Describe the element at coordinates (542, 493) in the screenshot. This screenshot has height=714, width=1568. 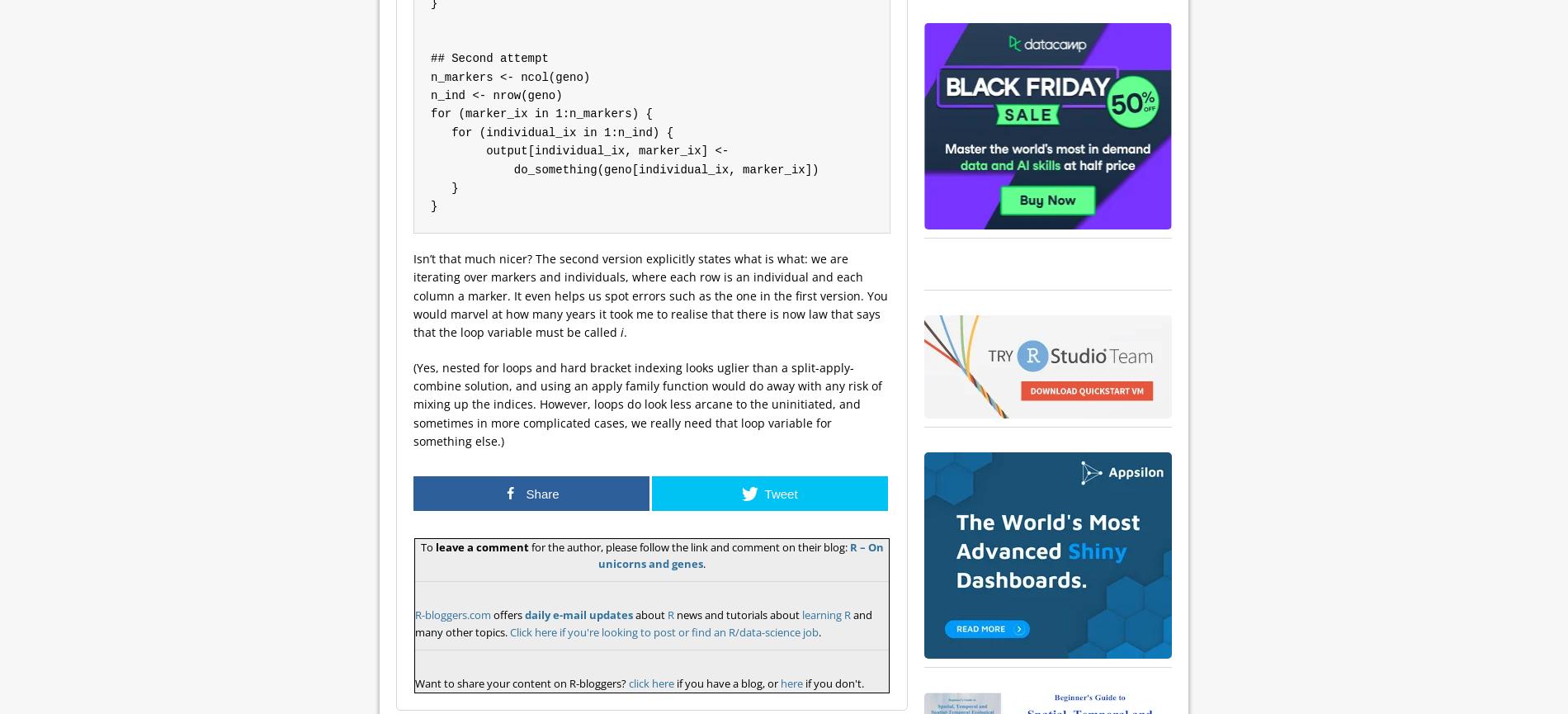
I see `'Share'` at that location.